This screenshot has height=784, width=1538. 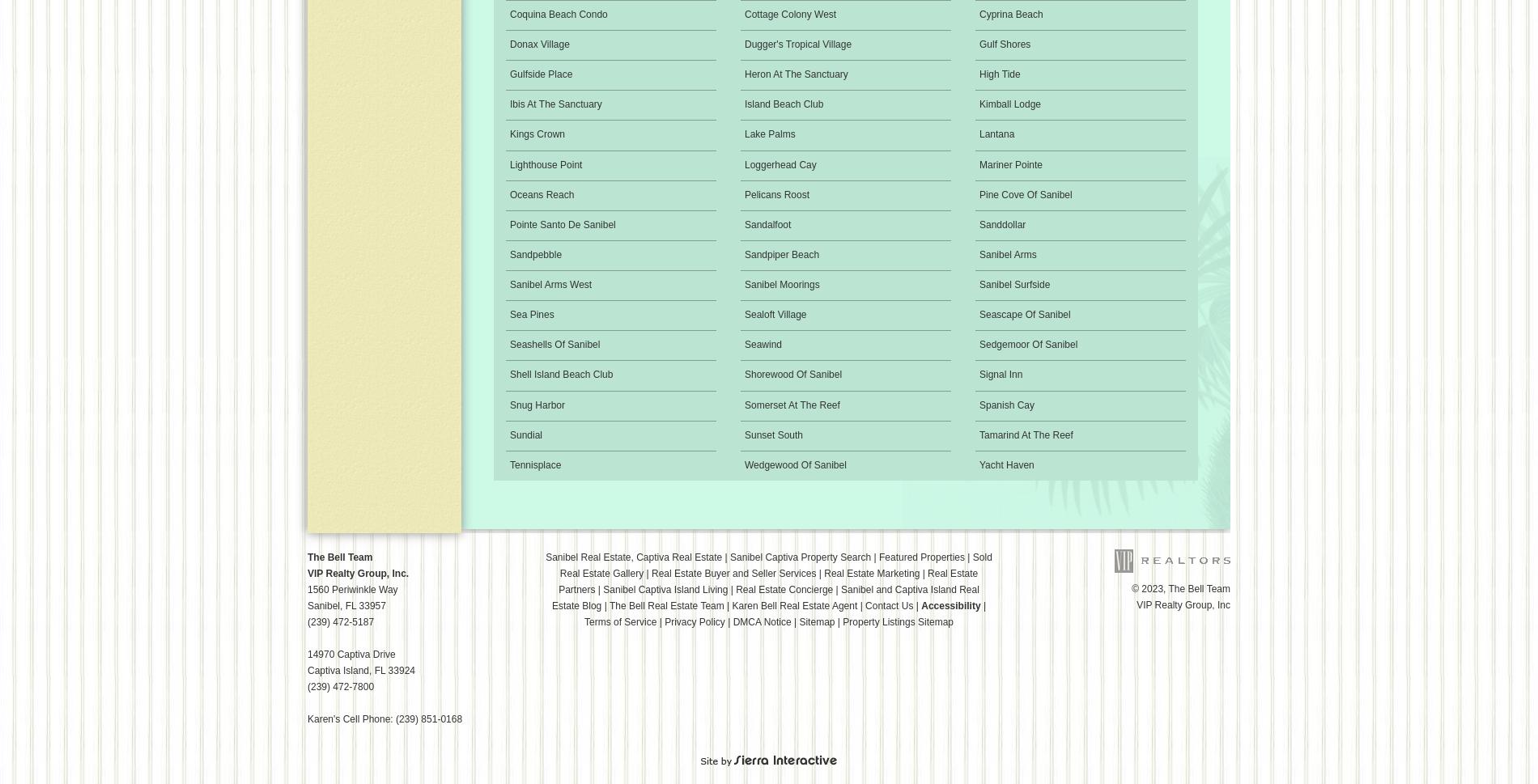 What do you see at coordinates (794, 464) in the screenshot?
I see `'Wedgewood Of Sanibel'` at bounding box center [794, 464].